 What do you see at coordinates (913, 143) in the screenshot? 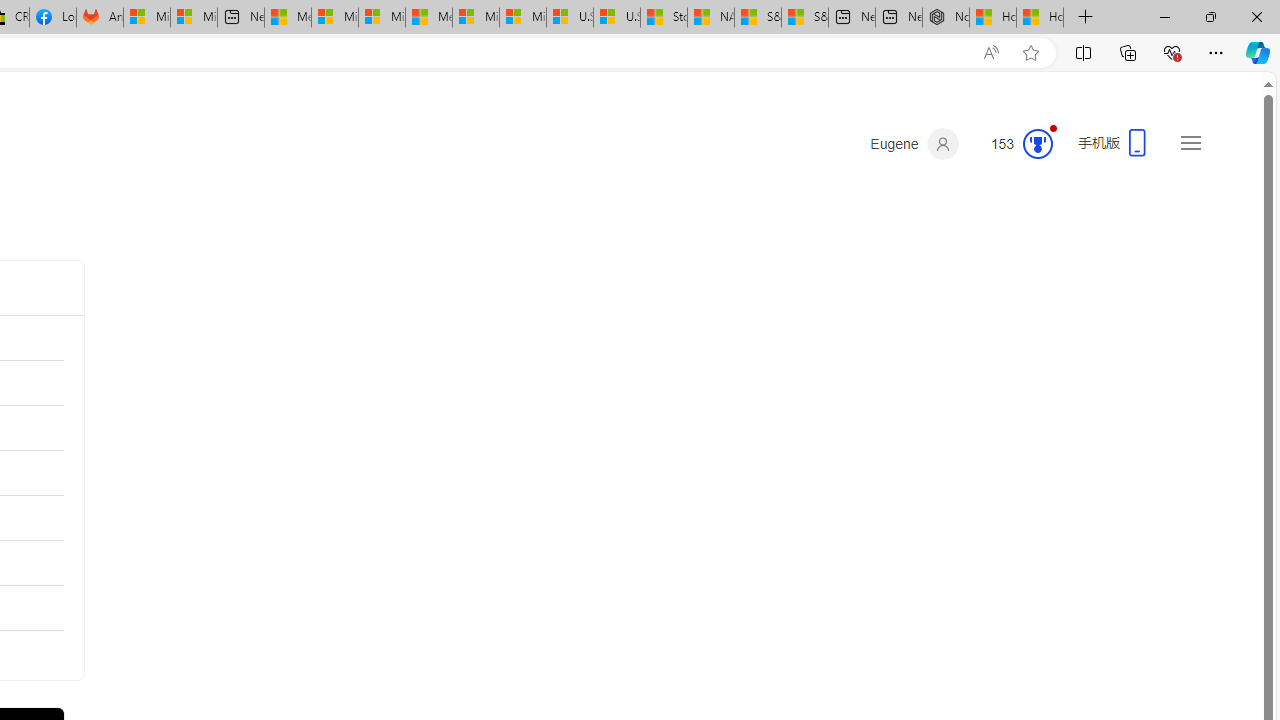
I see `'Eugene'` at bounding box center [913, 143].